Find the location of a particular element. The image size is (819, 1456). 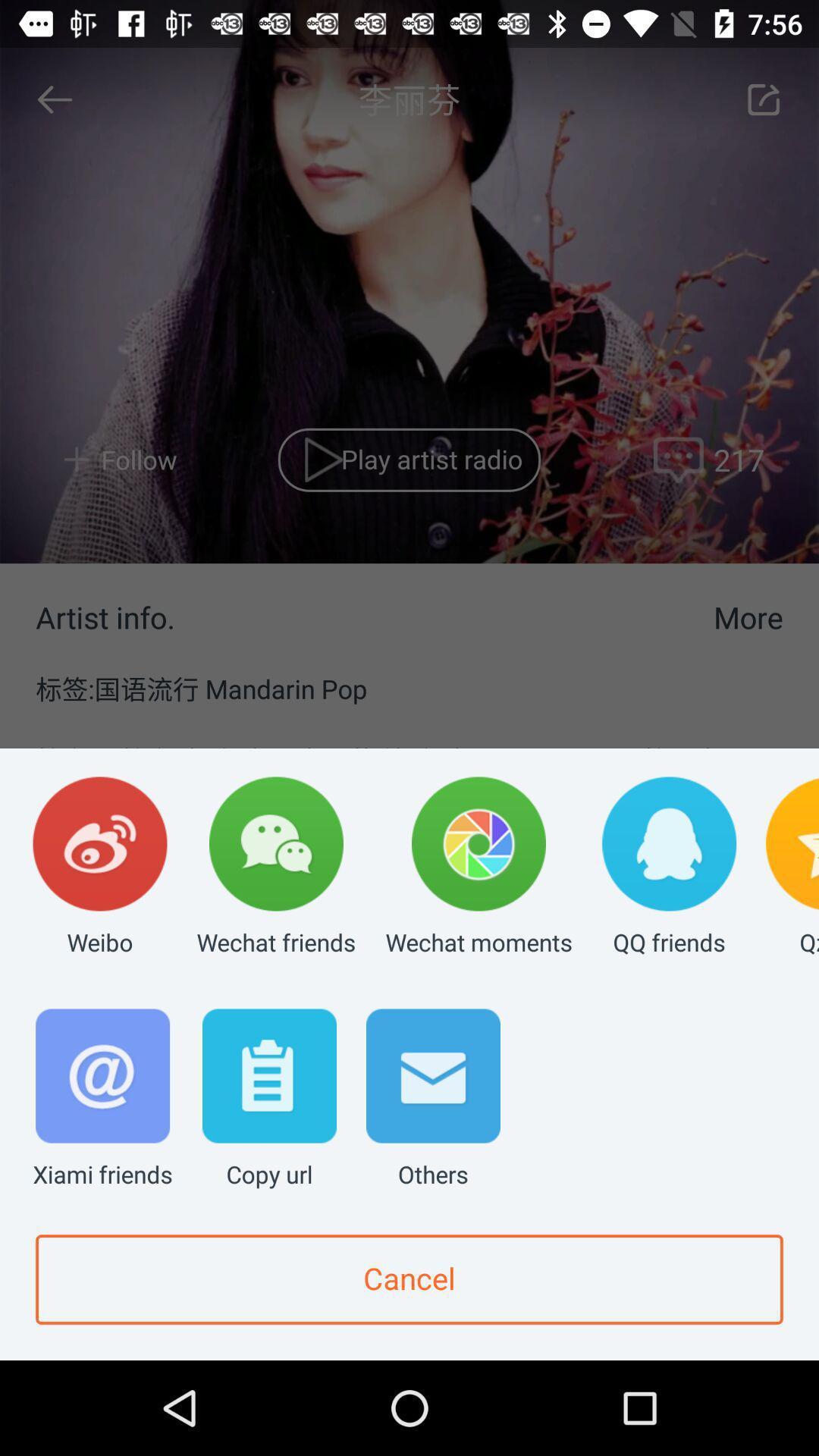

the app next to others icon is located at coordinates (268, 1100).